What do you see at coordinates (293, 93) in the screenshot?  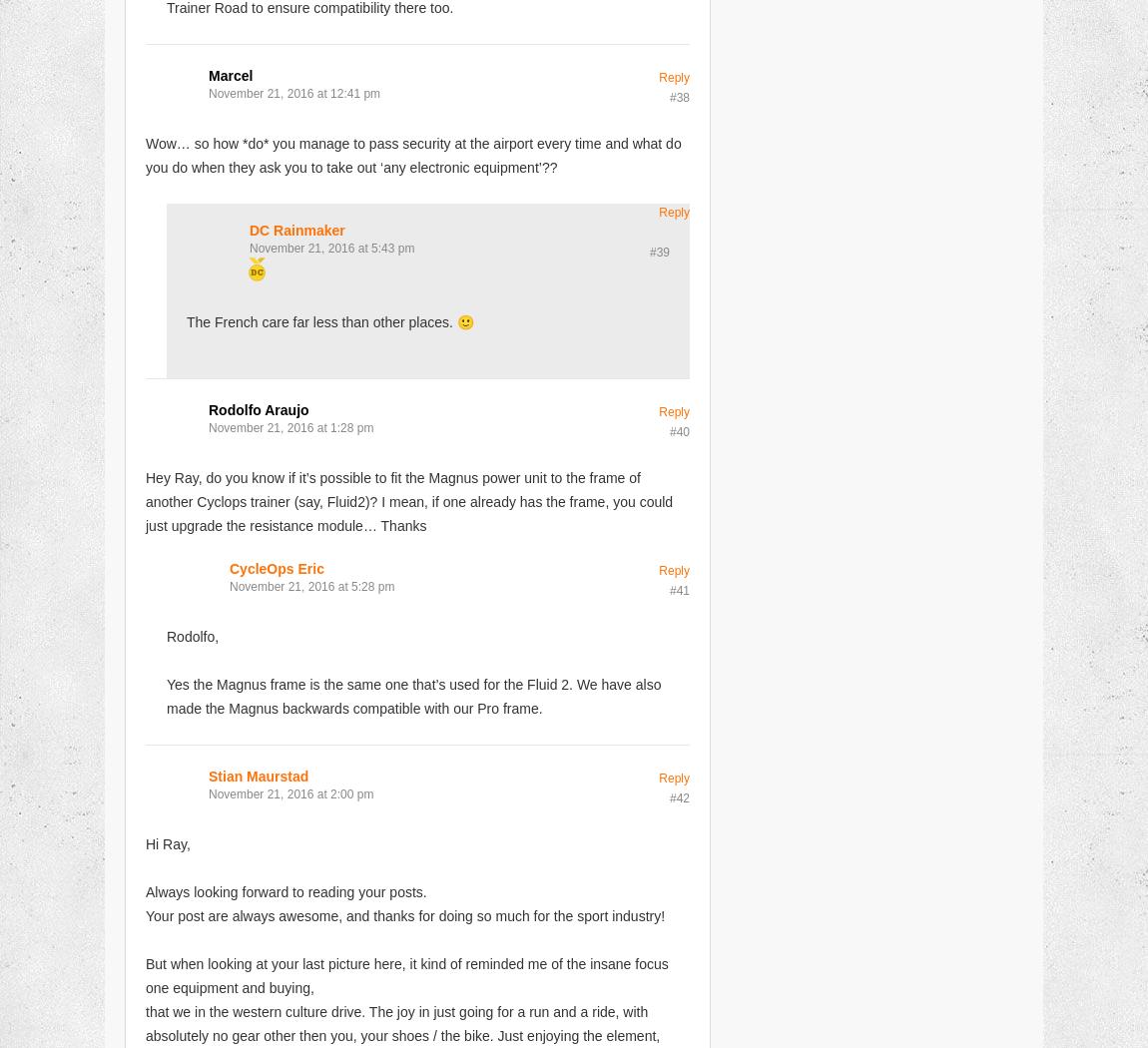 I see `'November 21, 2016 at 12:41 pm'` at bounding box center [293, 93].